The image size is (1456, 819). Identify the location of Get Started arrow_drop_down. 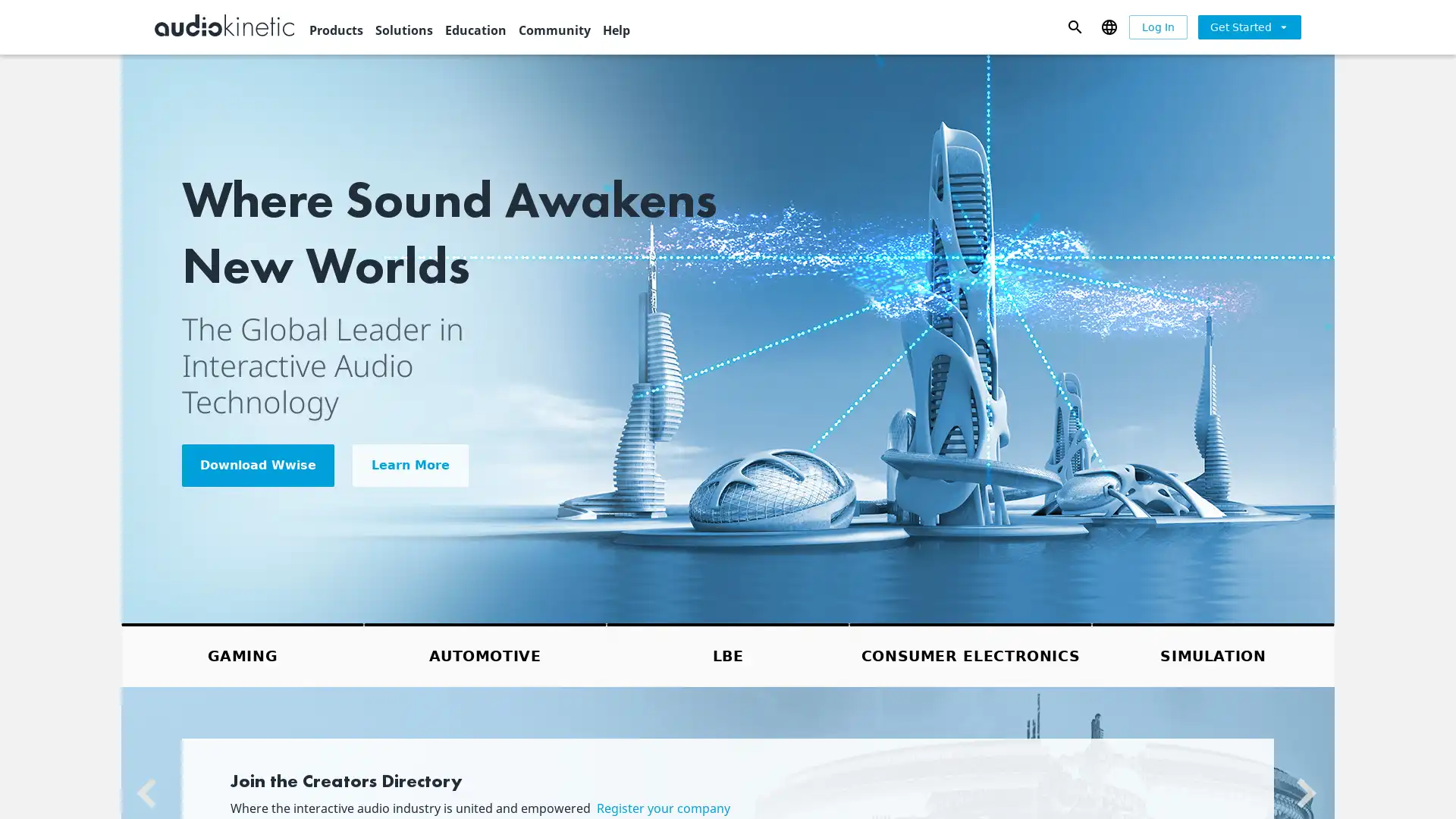
(1249, 27).